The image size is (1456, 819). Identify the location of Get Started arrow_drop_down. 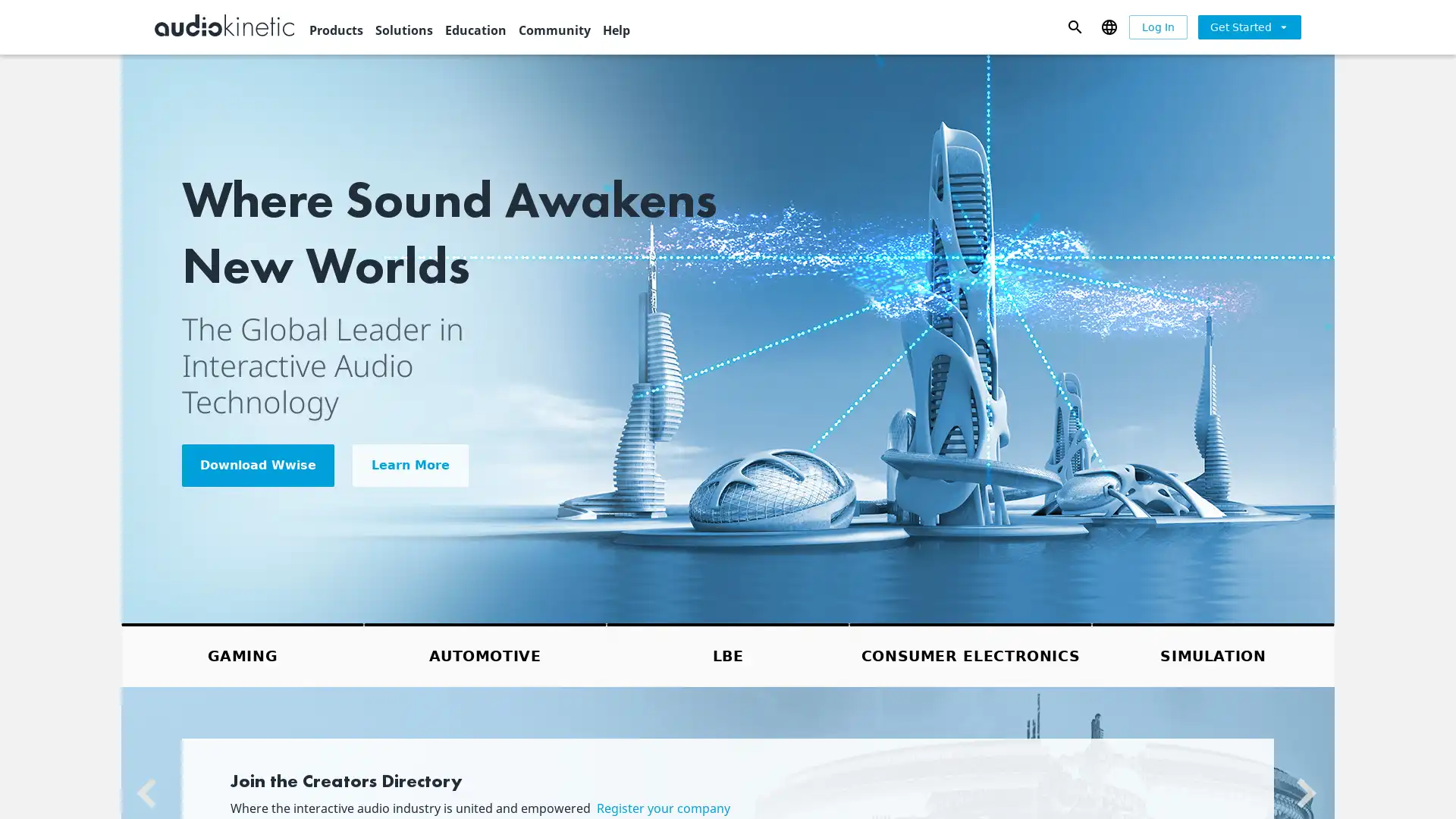
(1249, 27).